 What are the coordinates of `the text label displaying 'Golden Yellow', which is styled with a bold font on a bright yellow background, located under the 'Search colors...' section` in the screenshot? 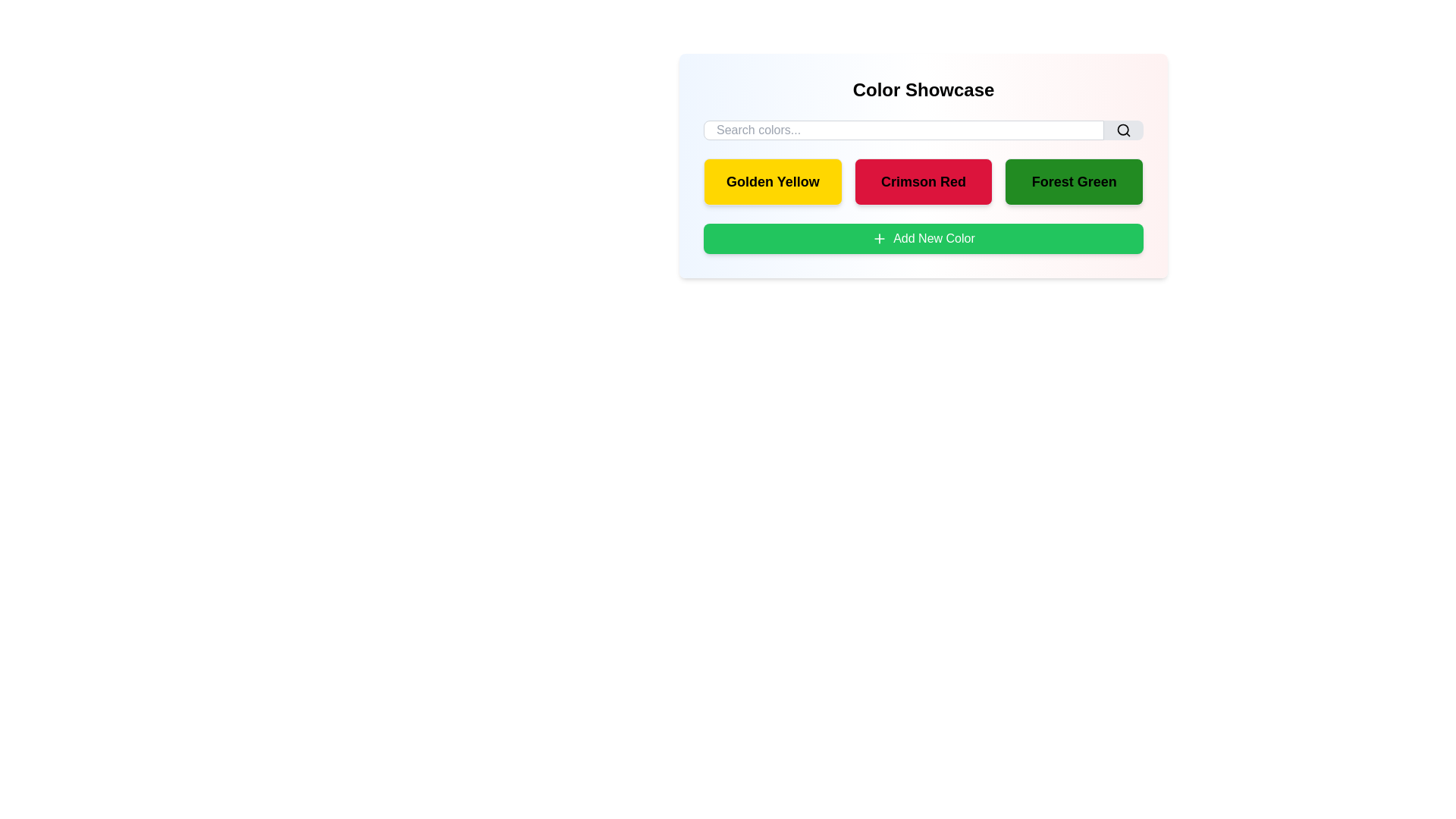 It's located at (773, 180).